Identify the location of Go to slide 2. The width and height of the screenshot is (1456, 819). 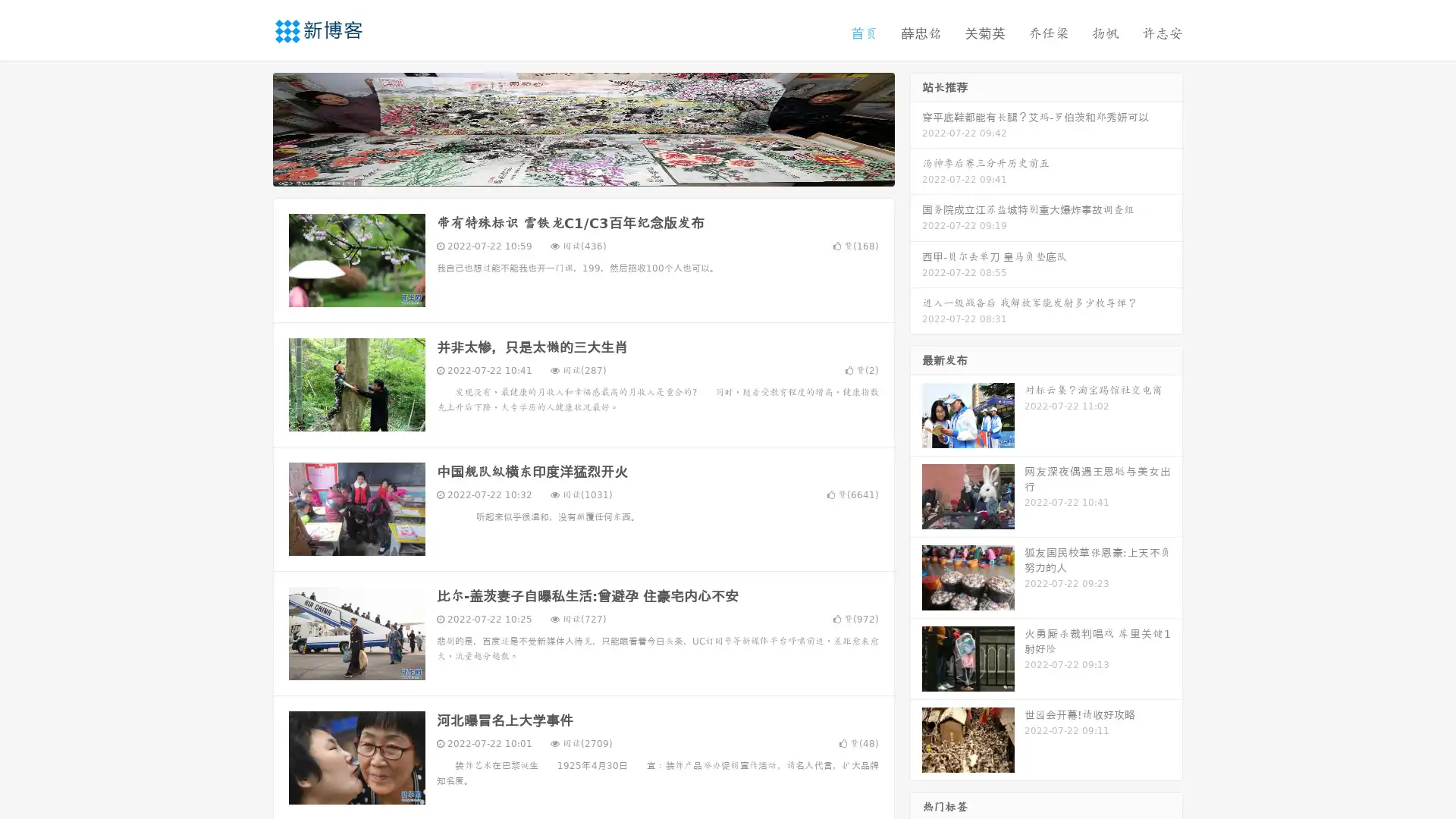
(582, 171).